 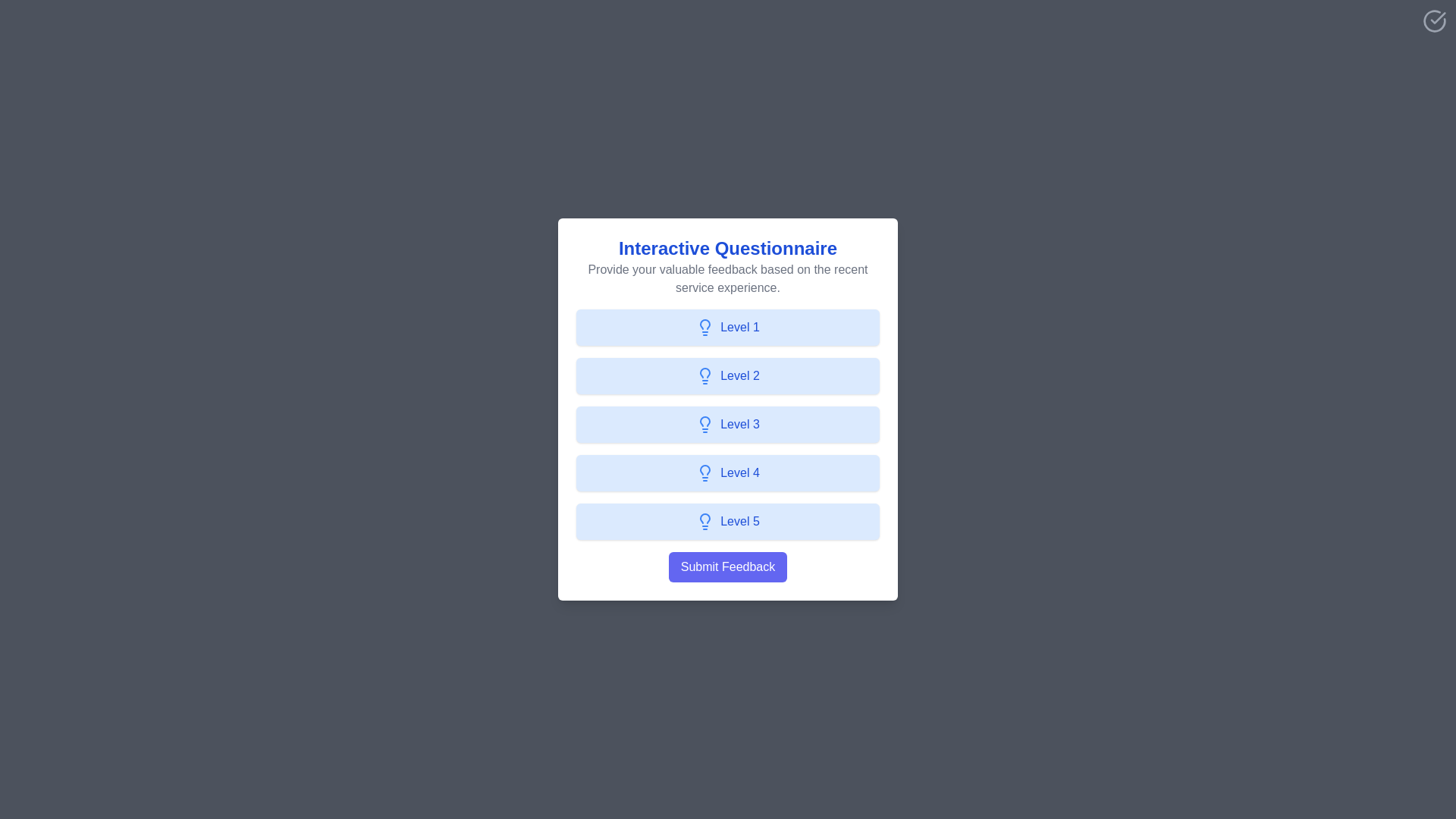 What do you see at coordinates (728, 375) in the screenshot?
I see `the feedback level button labeled Level 2` at bounding box center [728, 375].